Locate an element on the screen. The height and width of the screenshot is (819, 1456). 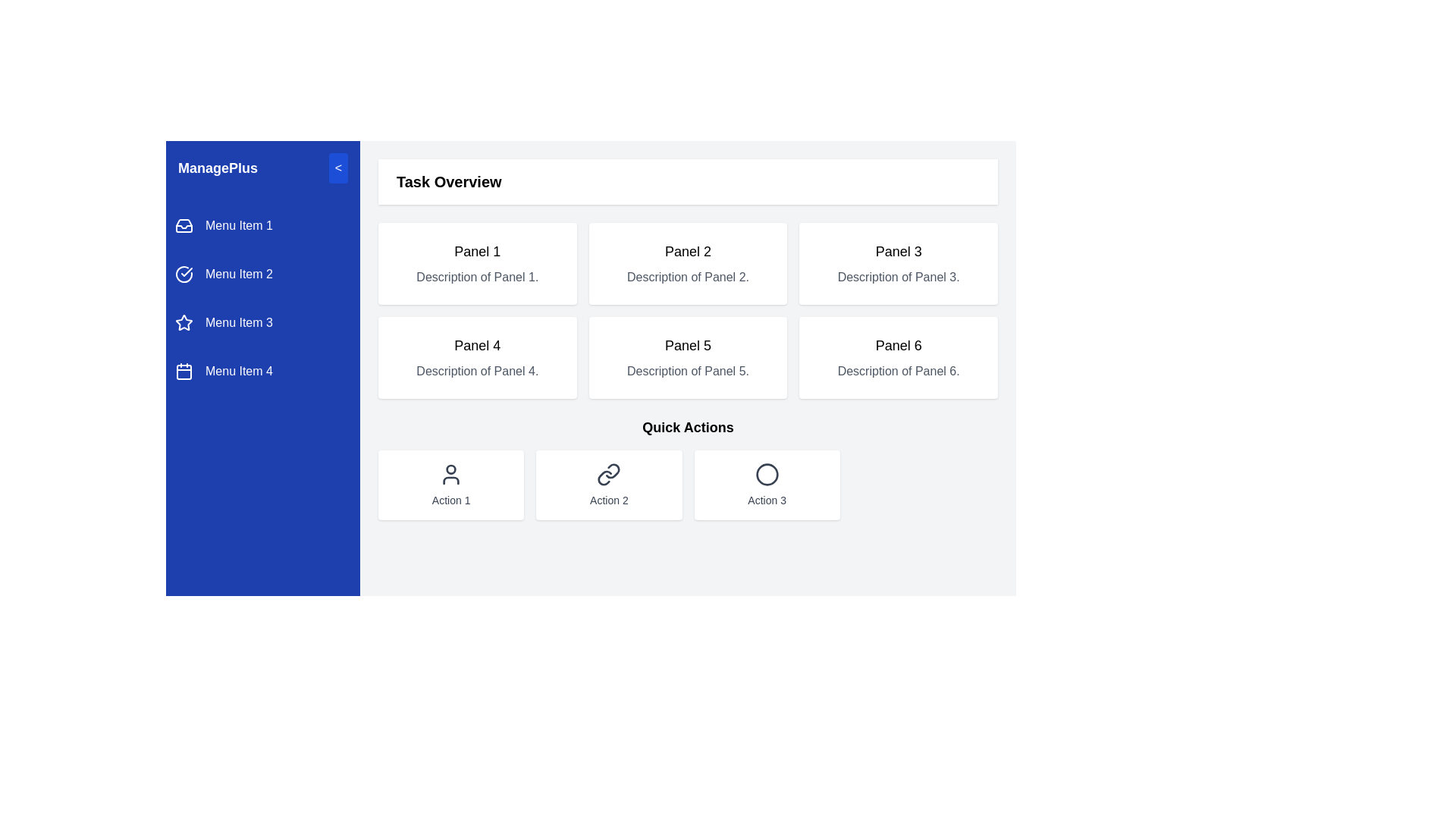
the text label displaying 'Description of Panel 5' styled in gray, located directly below the 'Panel 5' header within the white panel of the fifth grid panel is located at coordinates (687, 371).